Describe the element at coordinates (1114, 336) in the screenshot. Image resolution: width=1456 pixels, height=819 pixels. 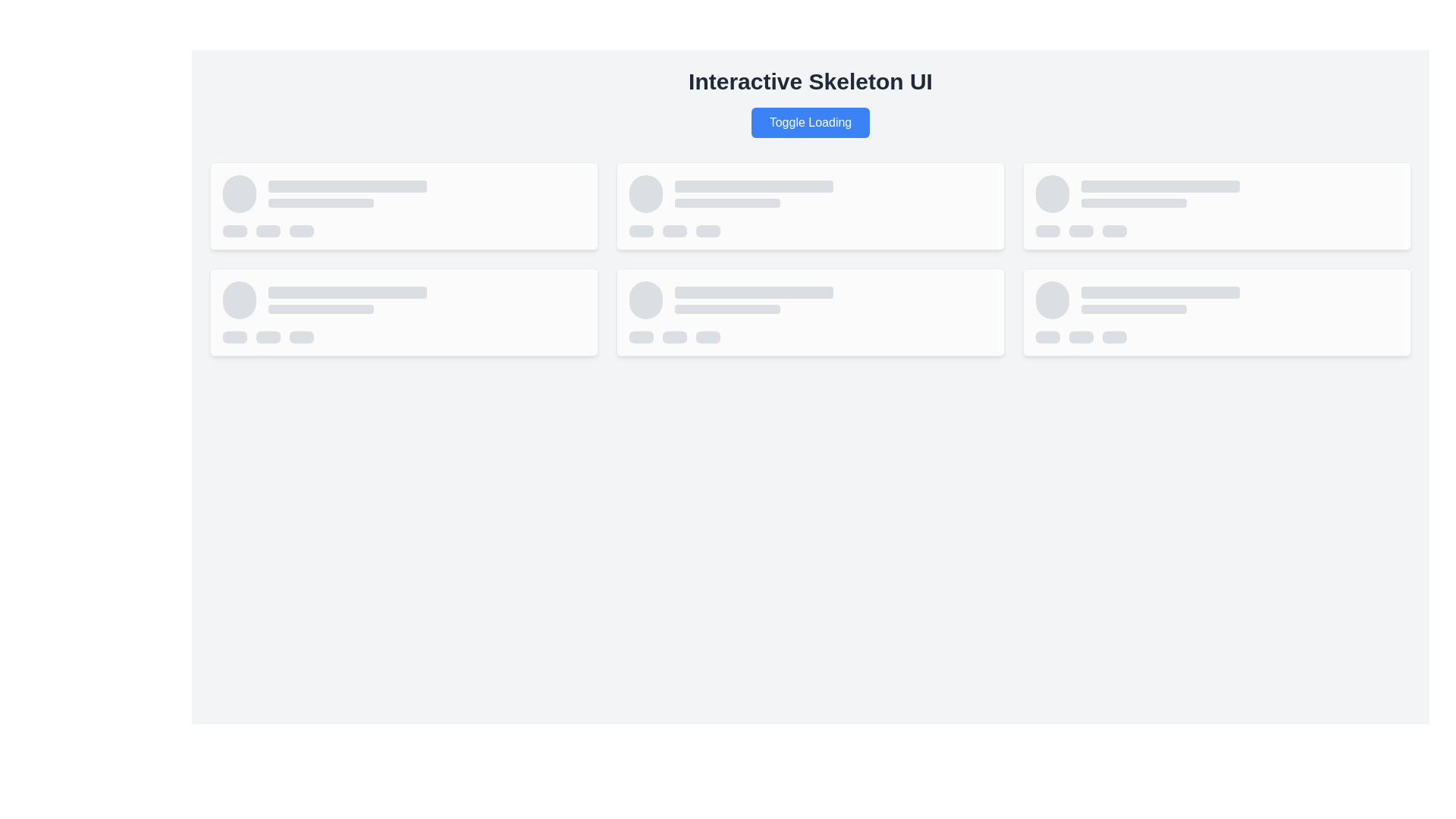
I see `the rightmost button in a horizontal row of three identical buttons with a gray background located near the bottom of the card` at that location.